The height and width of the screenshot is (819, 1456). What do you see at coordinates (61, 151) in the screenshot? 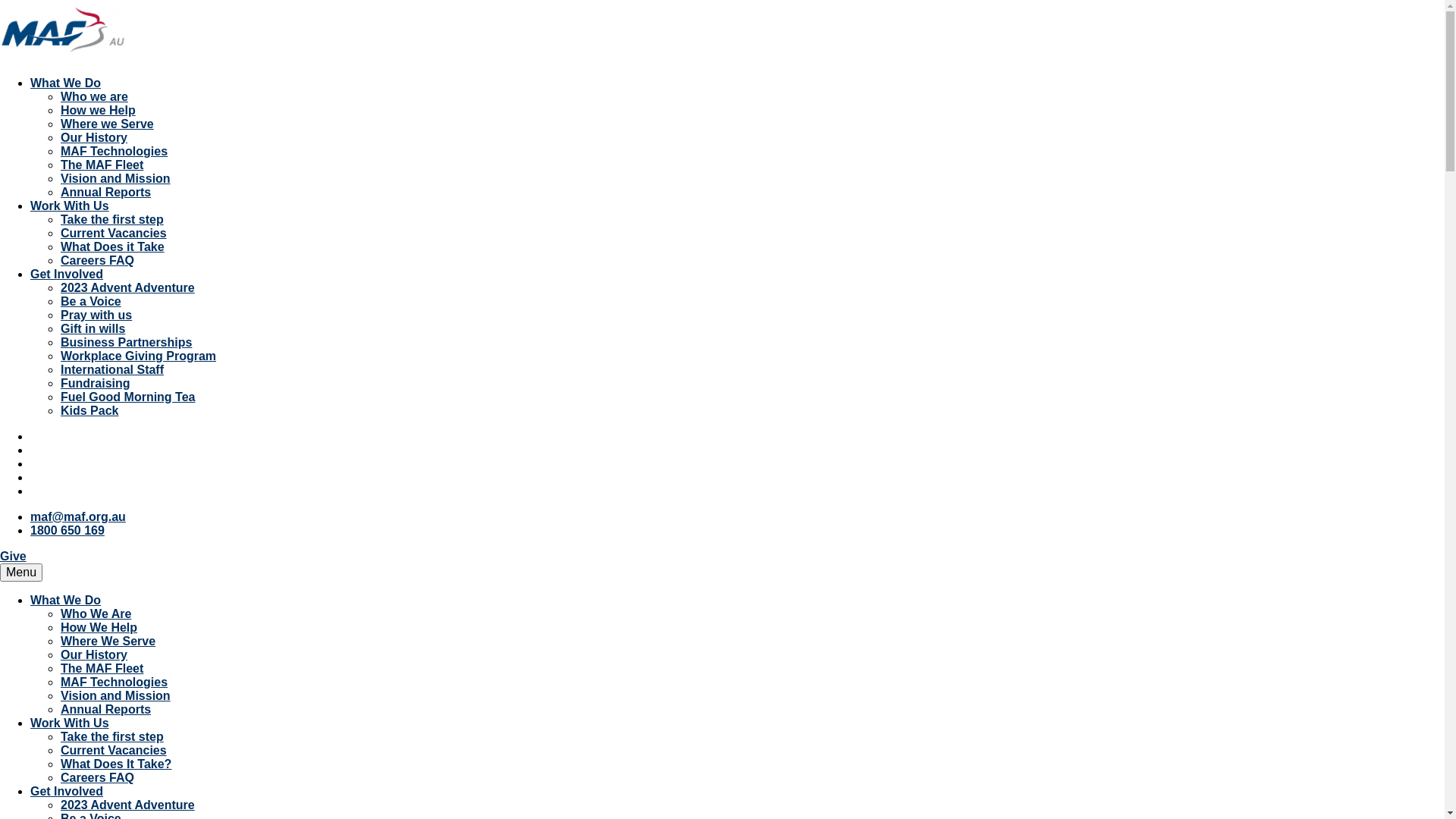
I see `'MAF Technologies'` at bounding box center [61, 151].